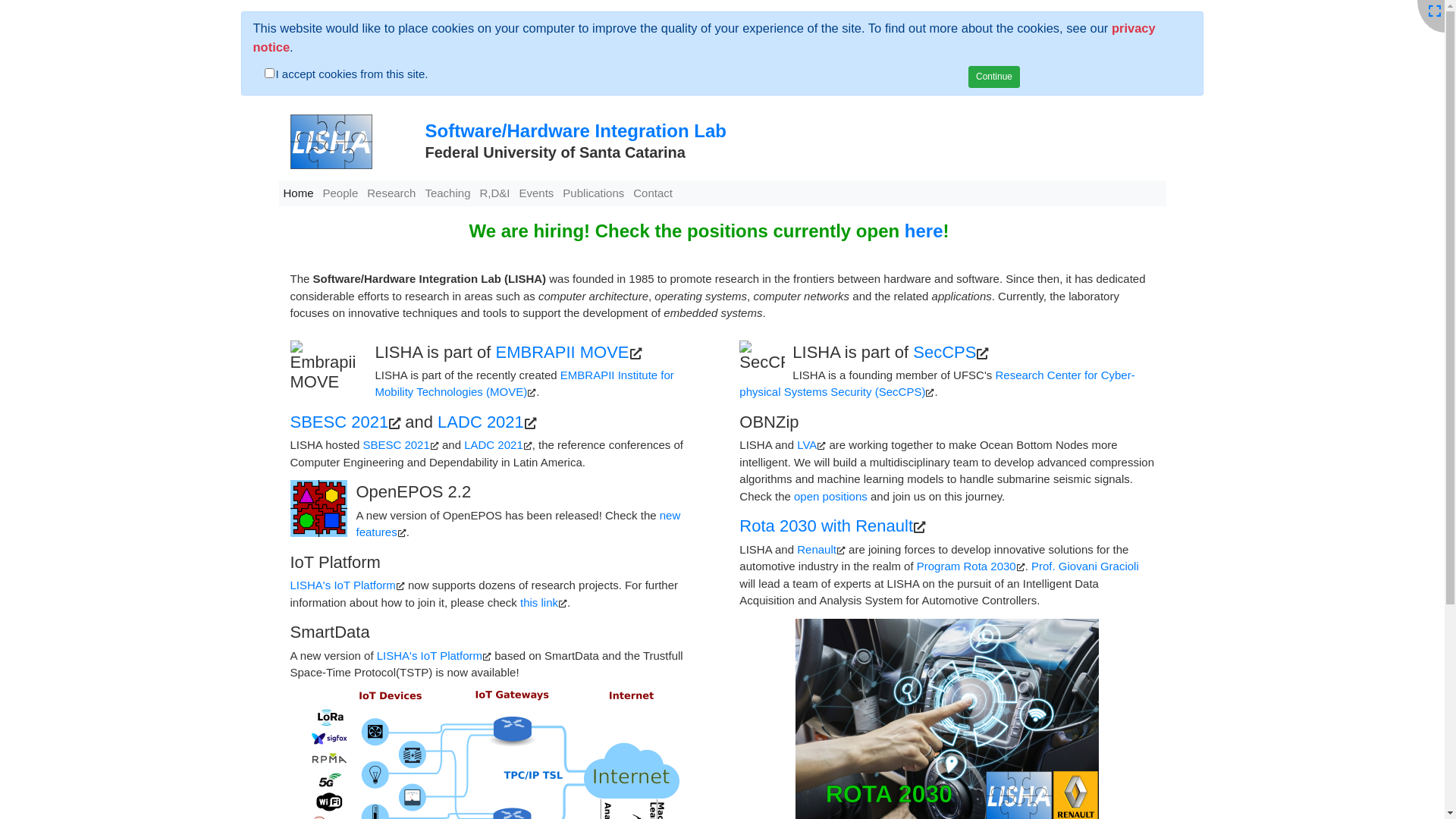 Image resolution: width=1456 pixels, height=819 pixels. I want to click on 'LISHA's IoT Platform', so click(428, 654).